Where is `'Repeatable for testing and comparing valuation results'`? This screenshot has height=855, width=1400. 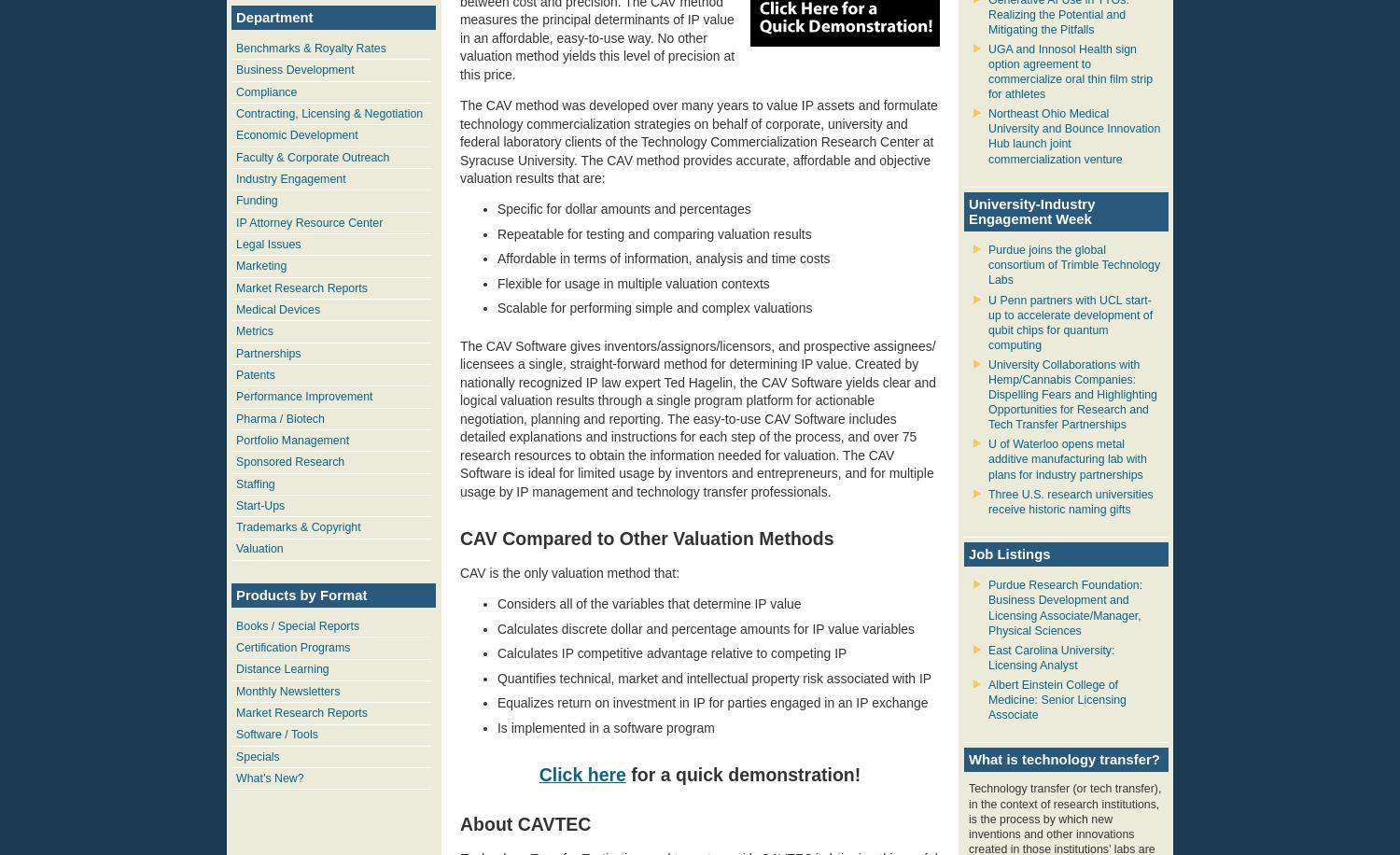
'Repeatable for testing and comparing valuation results' is located at coordinates (652, 232).